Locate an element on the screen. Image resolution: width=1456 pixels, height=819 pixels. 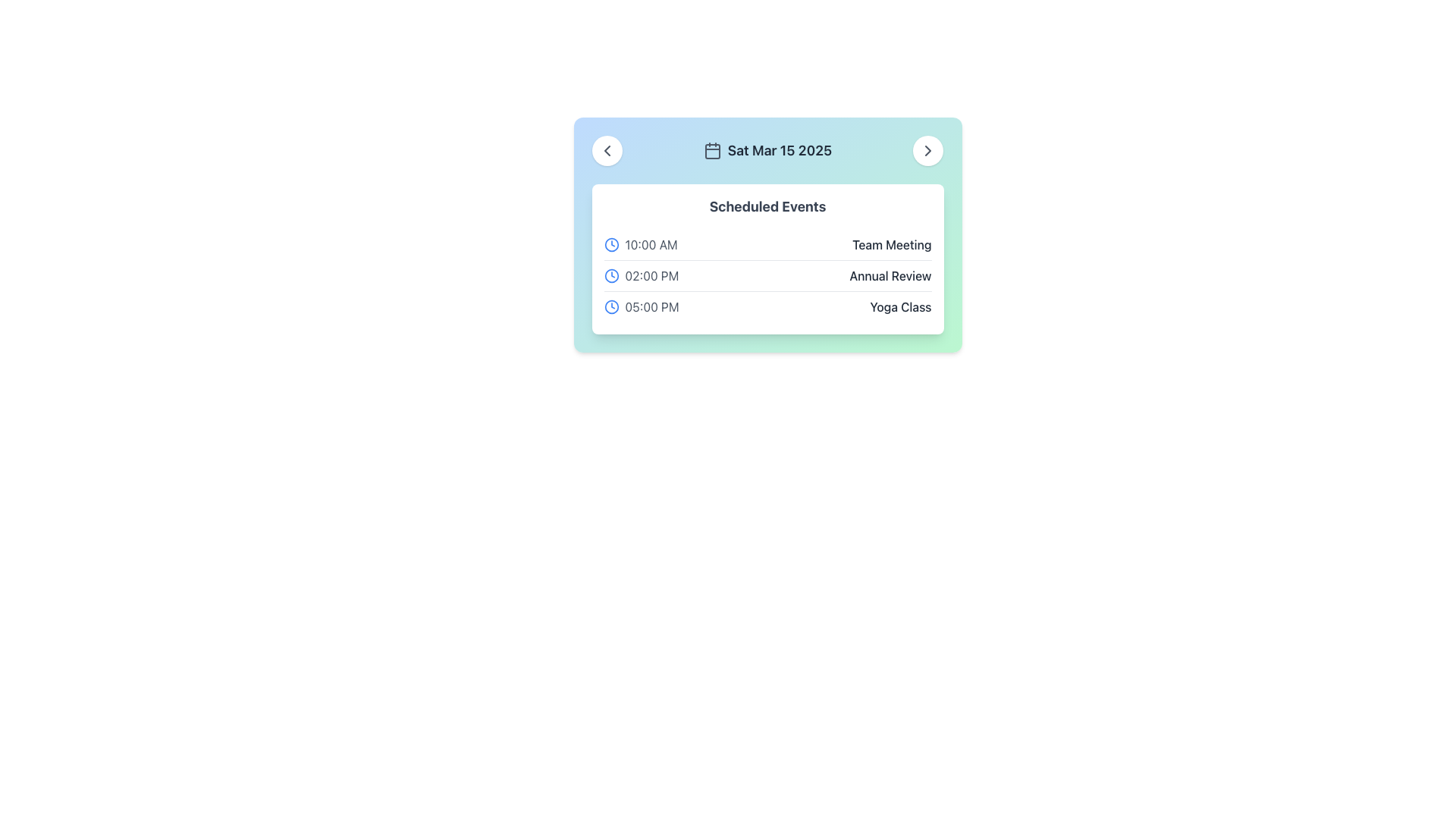
the arrow icon located at the top-right corner of the calendar's header section is located at coordinates (927, 151).